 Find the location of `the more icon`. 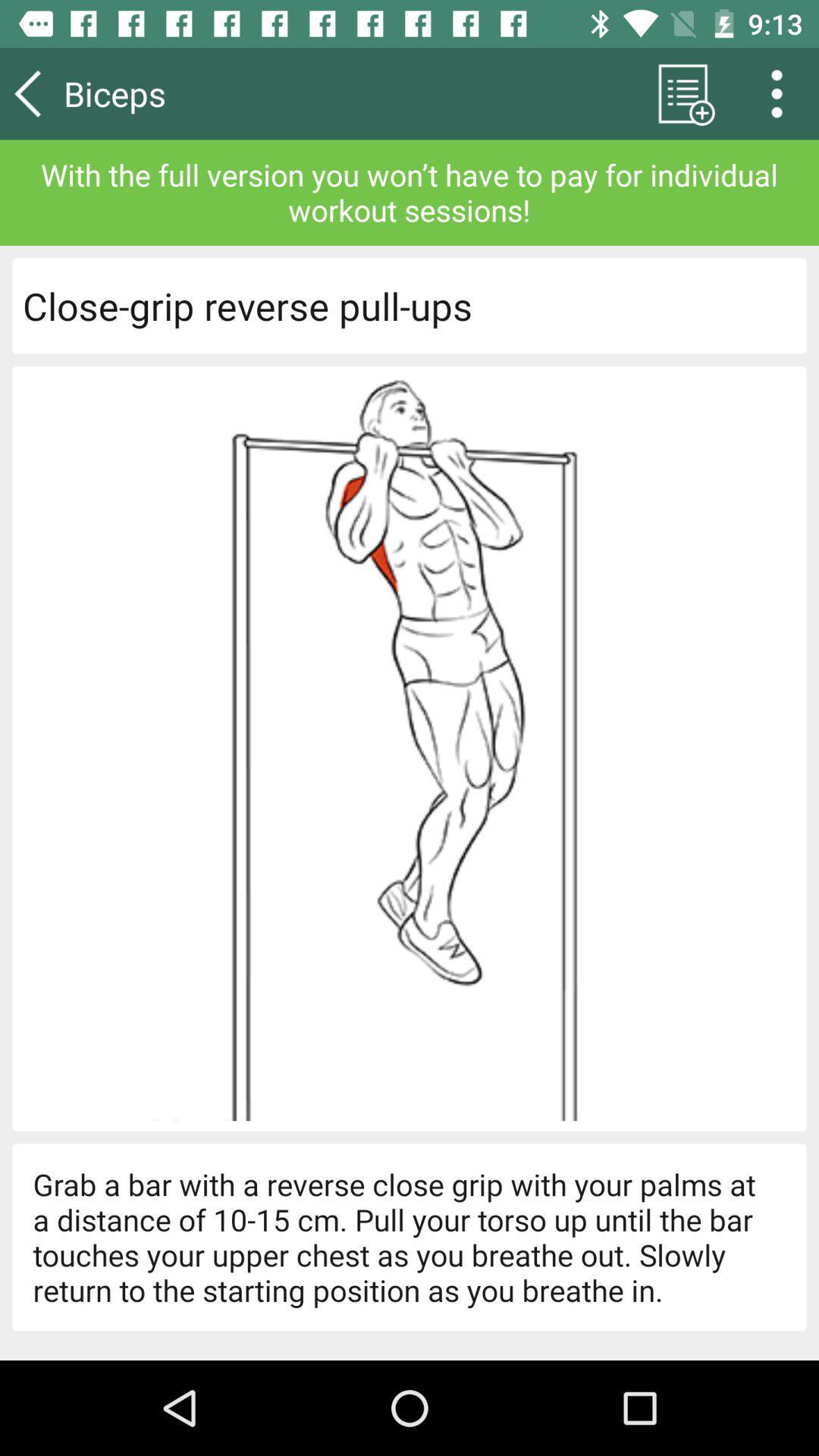

the more icon is located at coordinates (782, 93).